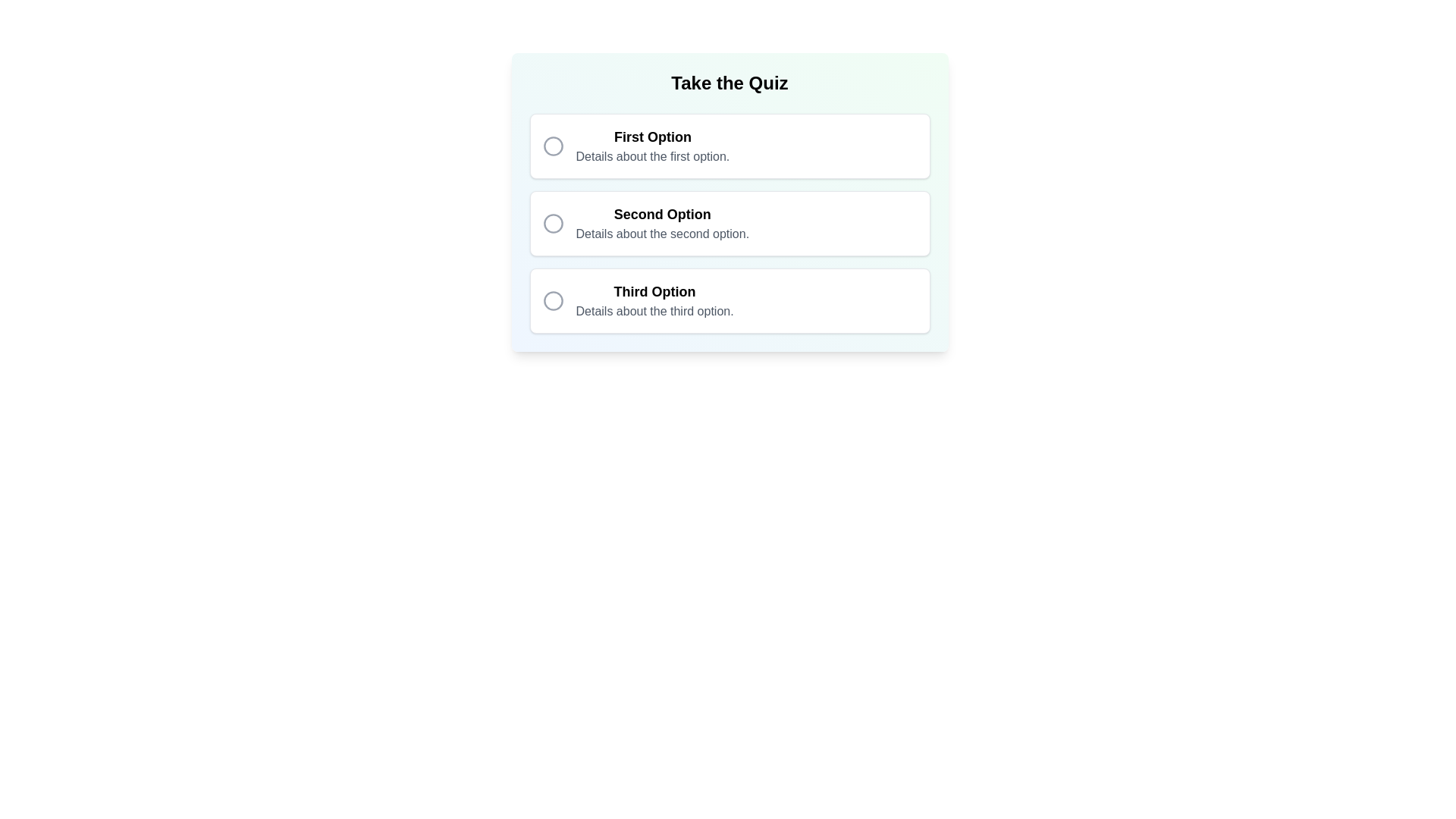 The height and width of the screenshot is (819, 1456). Describe the element at coordinates (552, 146) in the screenshot. I see `the unselected radio button located at the top left corner of the 'First Option'` at that location.